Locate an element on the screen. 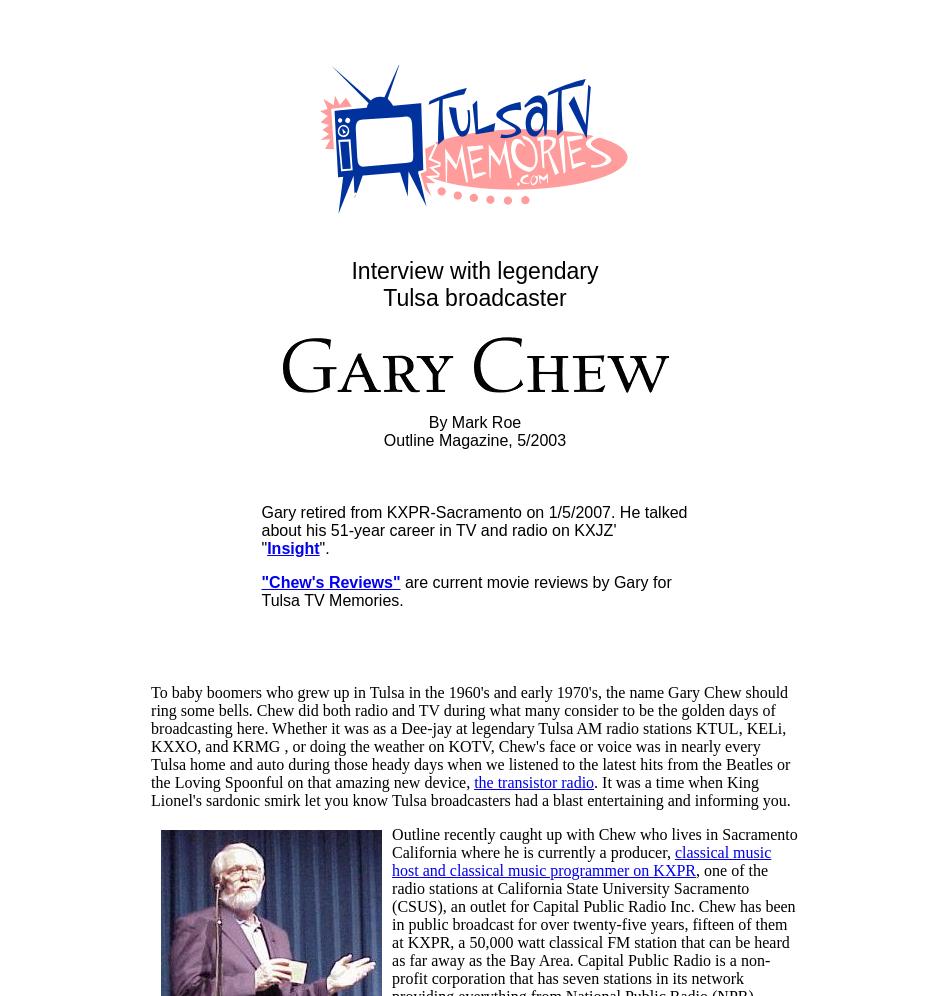 The image size is (950, 996). '"Chew's Reviews"' is located at coordinates (329, 582).